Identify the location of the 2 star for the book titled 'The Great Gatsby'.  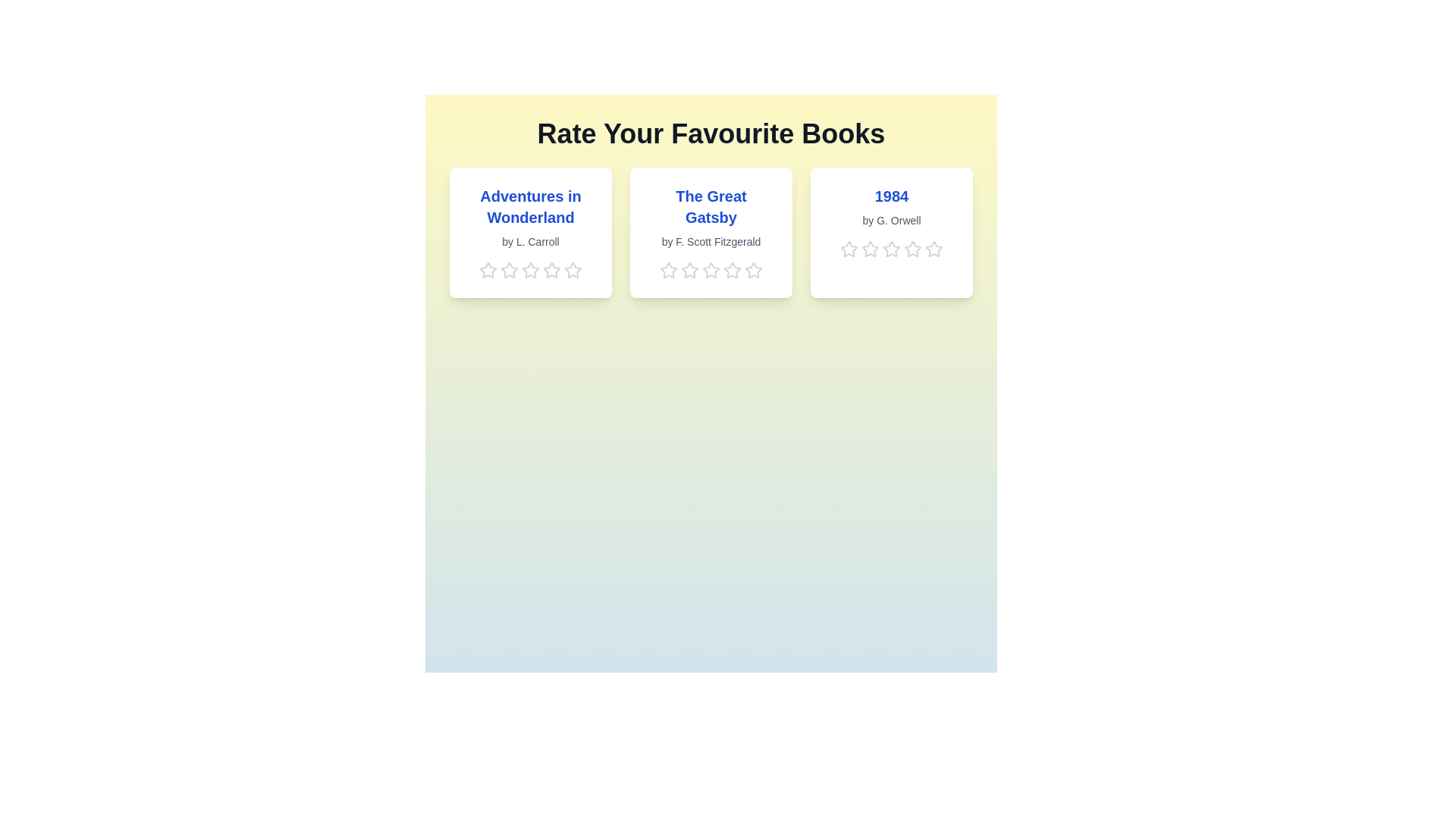
(689, 270).